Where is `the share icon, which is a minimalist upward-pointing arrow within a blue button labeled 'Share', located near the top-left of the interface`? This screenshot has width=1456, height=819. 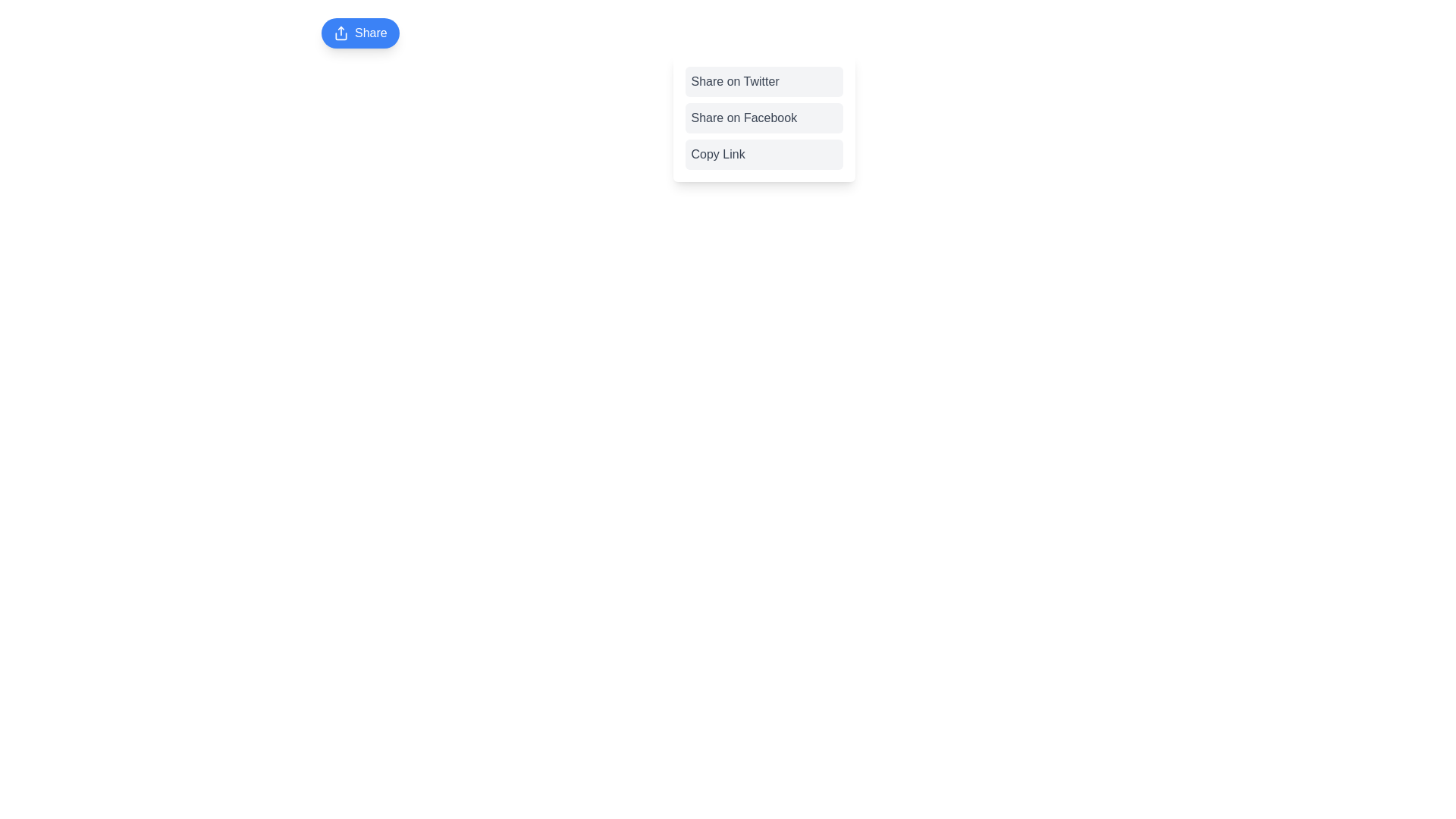 the share icon, which is a minimalist upward-pointing arrow within a blue button labeled 'Share', located near the top-left of the interface is located at coordinates (340, 33).